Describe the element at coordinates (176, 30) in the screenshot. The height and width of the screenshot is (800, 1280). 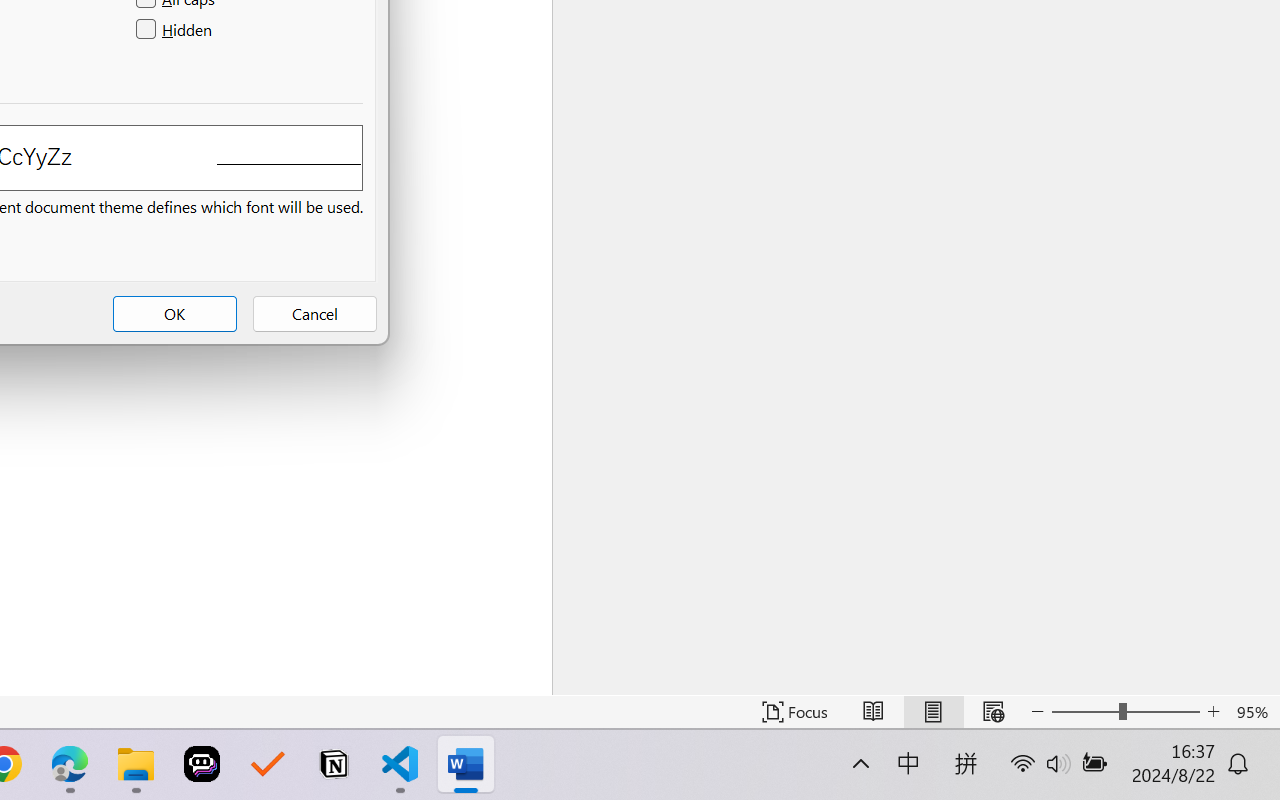
I see `'Hidden'` at that location.